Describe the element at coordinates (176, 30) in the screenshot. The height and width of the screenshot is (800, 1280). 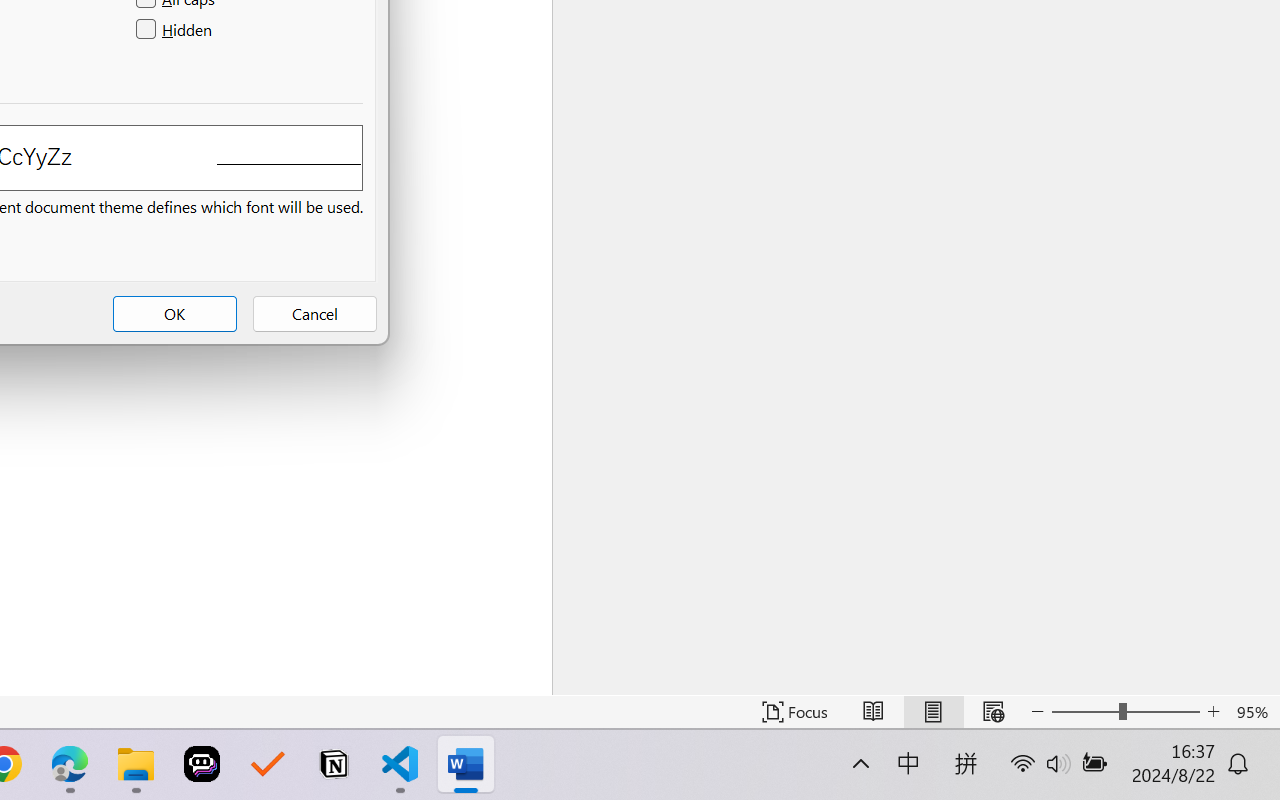
I see `'Hidden'` at that location.